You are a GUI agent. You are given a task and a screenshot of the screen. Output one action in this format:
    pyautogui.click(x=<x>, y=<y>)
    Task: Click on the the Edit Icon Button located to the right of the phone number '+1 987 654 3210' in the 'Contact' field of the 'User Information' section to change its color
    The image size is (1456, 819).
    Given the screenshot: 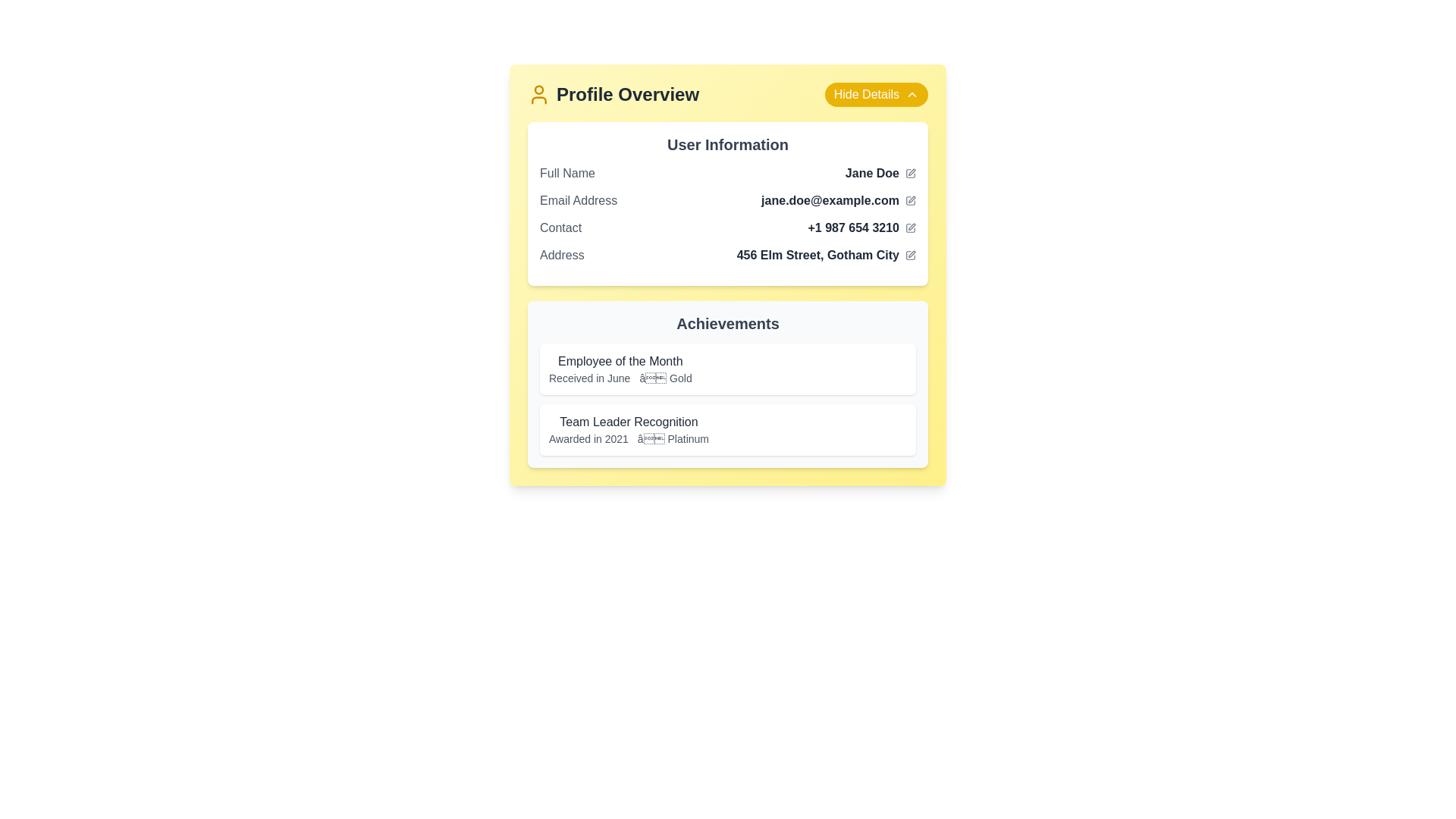 What is the action you would take?
    pyautogui.click(x=910, y=227)
    